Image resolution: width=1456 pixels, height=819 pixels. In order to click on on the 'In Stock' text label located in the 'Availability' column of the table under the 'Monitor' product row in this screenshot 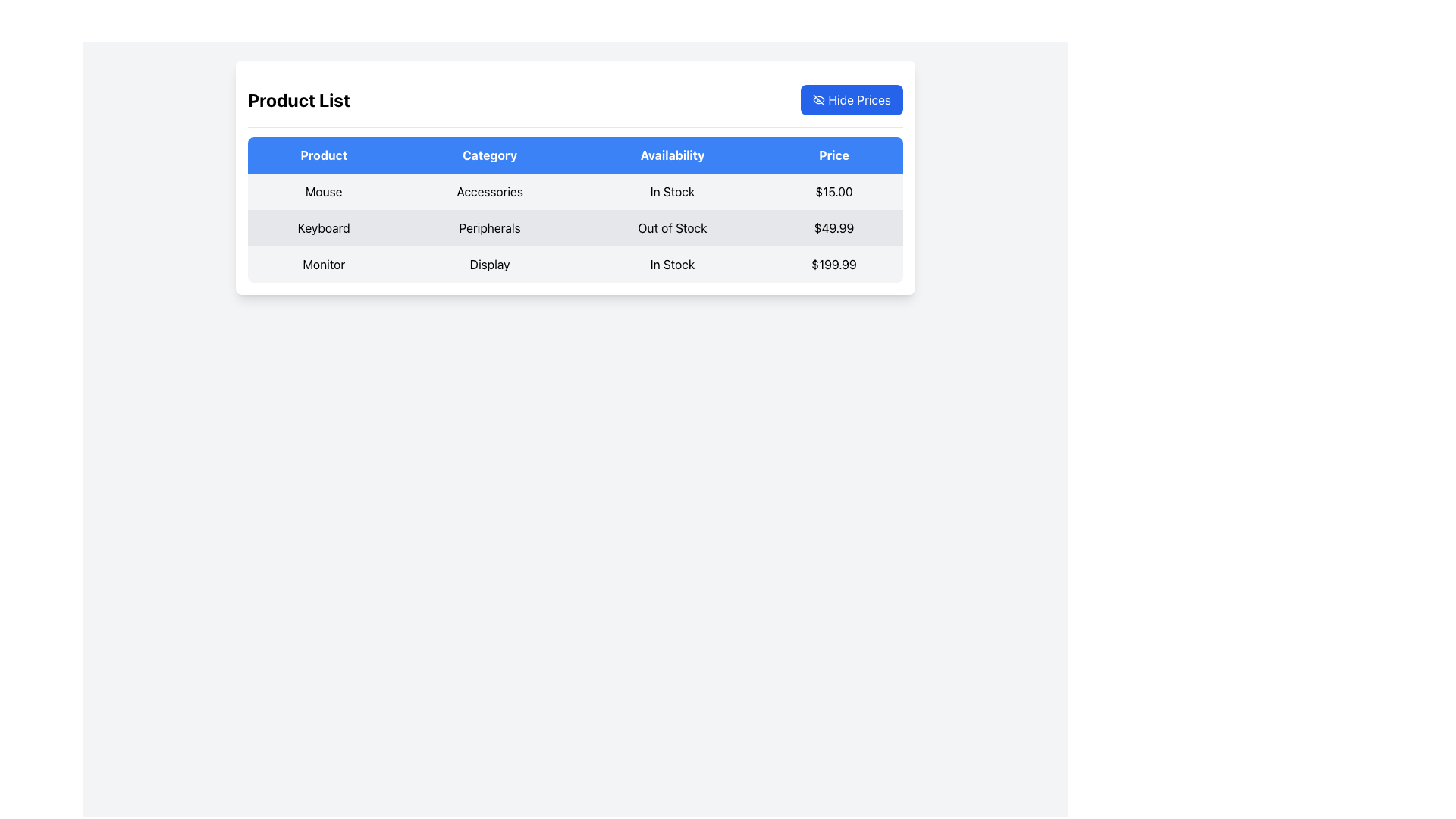, I will do `click(672, 263)`.